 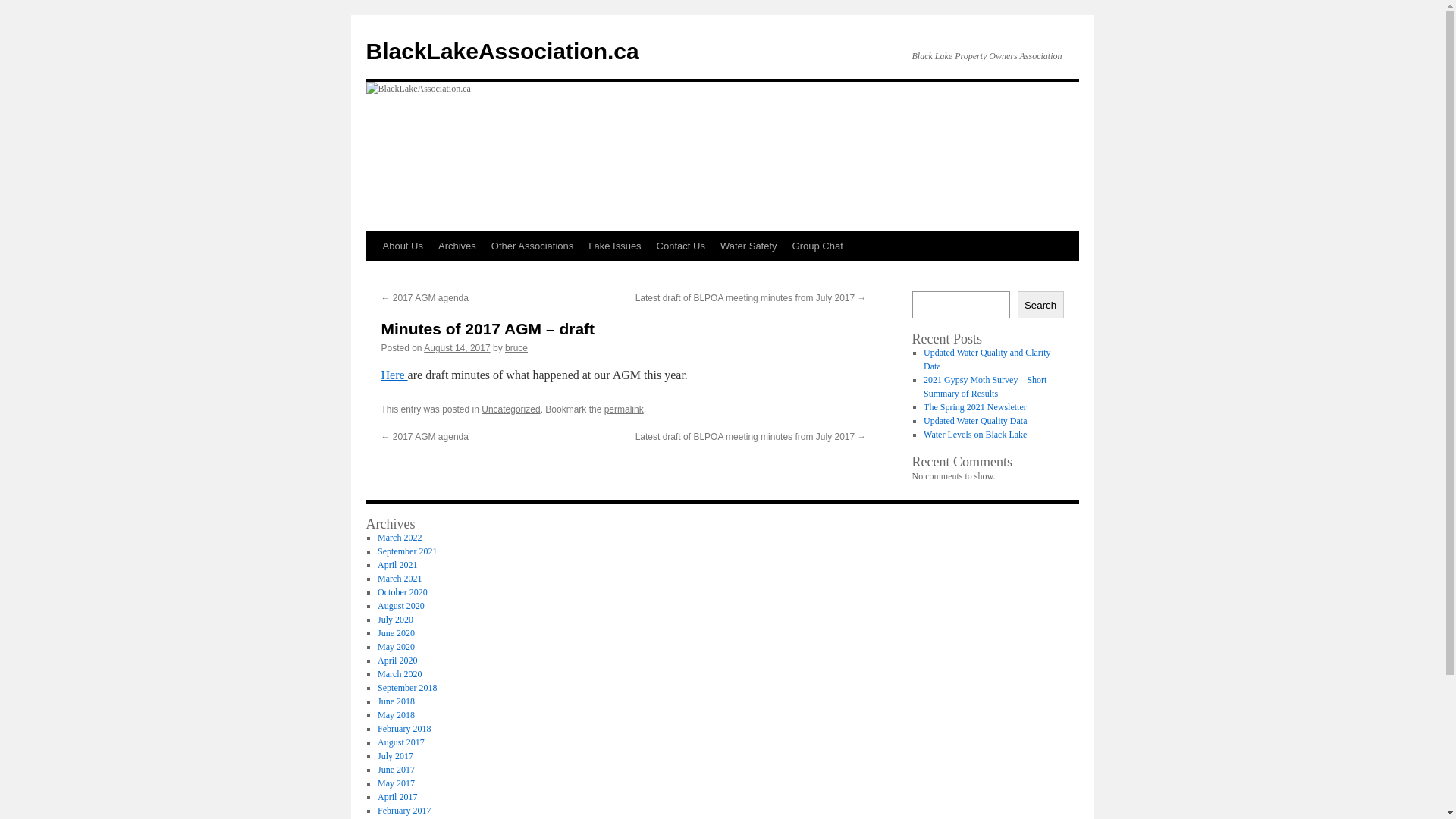 What do you see at coordinates (395, 755) in the screenshot?
I see `'July 2017'` at bounding box center [395, 755].